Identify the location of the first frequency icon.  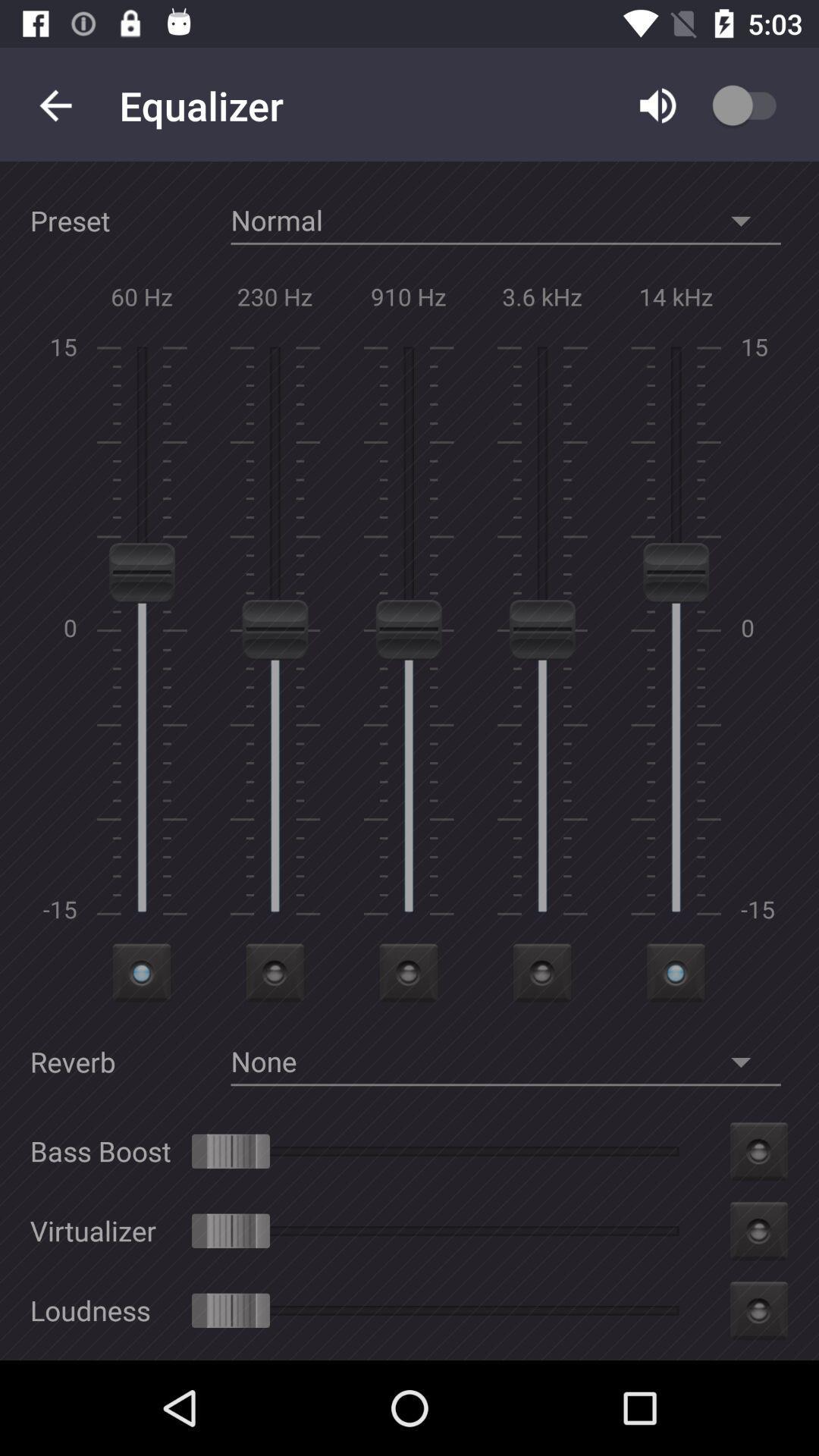
(142, 972).